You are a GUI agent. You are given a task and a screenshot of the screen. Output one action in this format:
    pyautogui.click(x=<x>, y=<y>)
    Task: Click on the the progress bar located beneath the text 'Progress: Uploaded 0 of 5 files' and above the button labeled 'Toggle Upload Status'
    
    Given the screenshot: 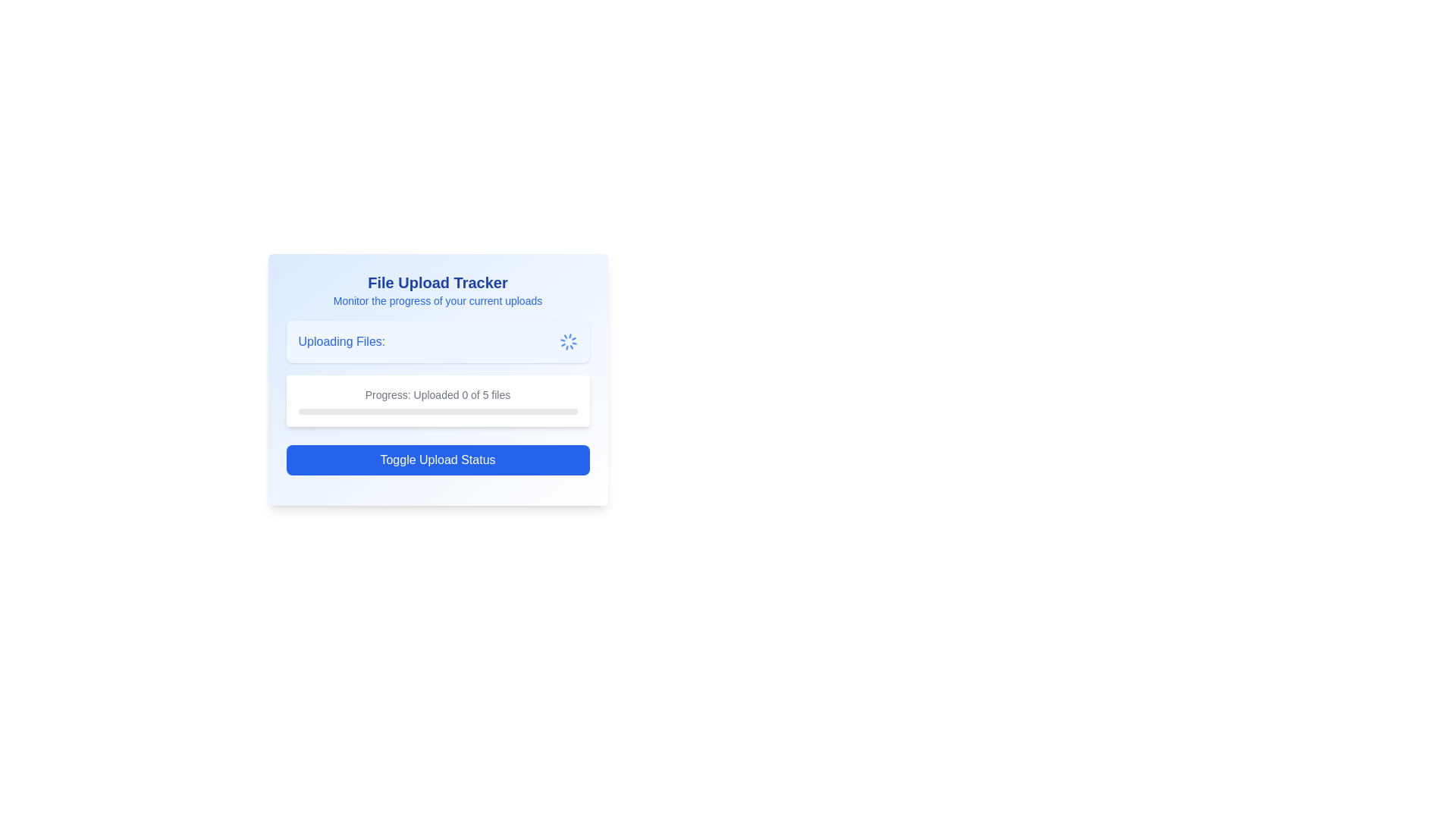 What is the action you would take?
    pyautogui.click(x=437, y=412)
    